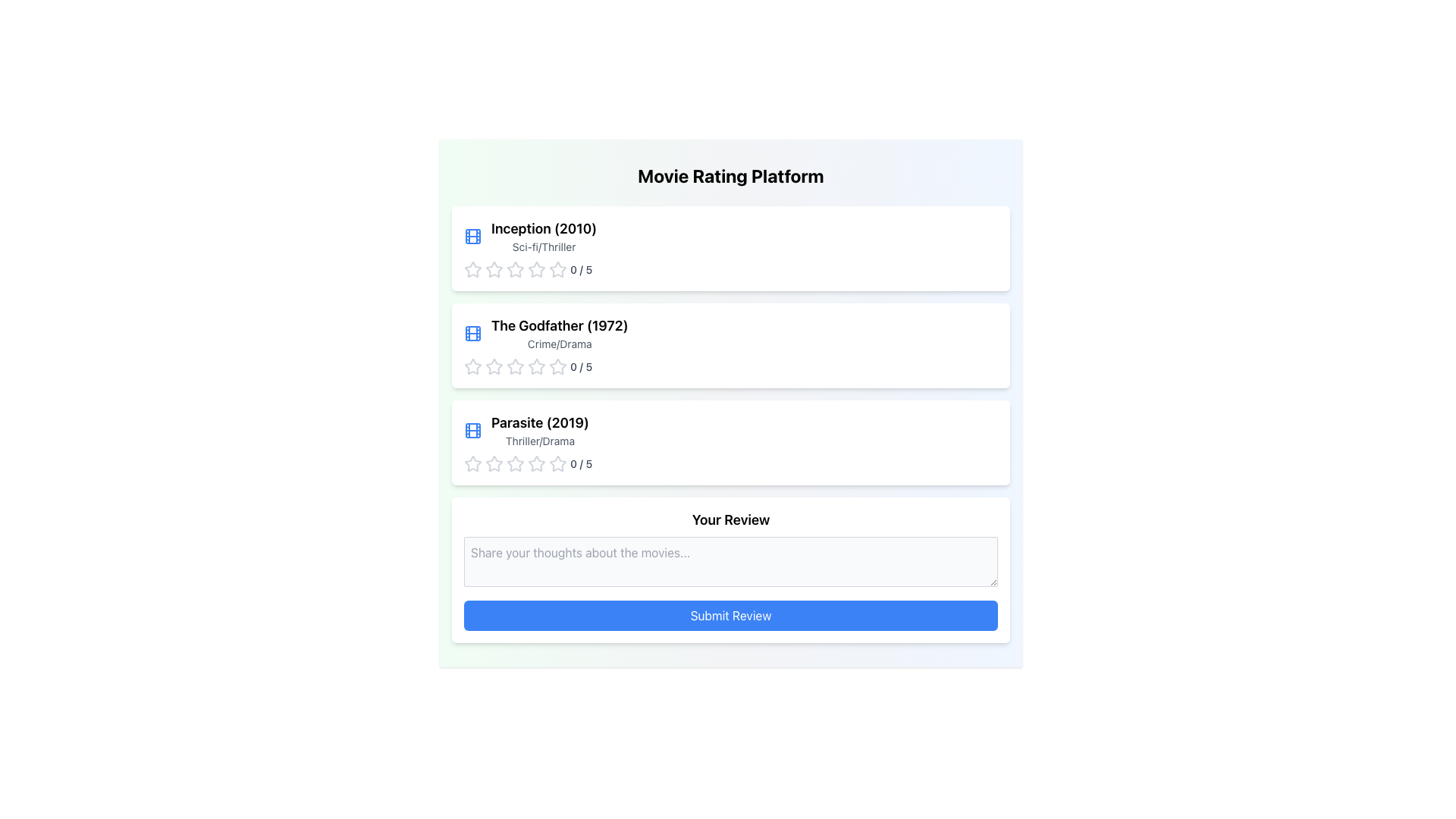 Image resolution: width=1456 pixels, height=819 pixels. Describe the element at coordinates (540, 441) in the screenshot. I see `the text label displaying the genre information for the movie 'Parasite (2019)', located directly below the title in the third entry of the movie list` at that location.